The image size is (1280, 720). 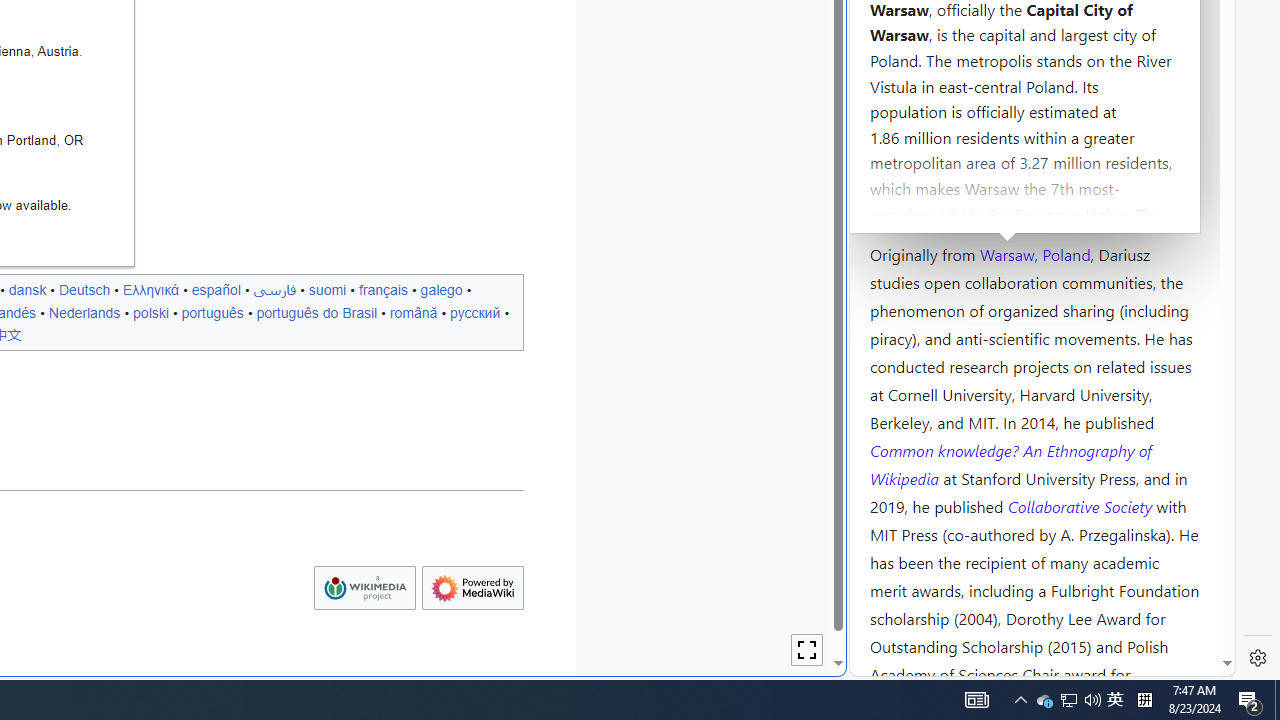 I want to click on 'Nederlands', so click(x=84, y=312).